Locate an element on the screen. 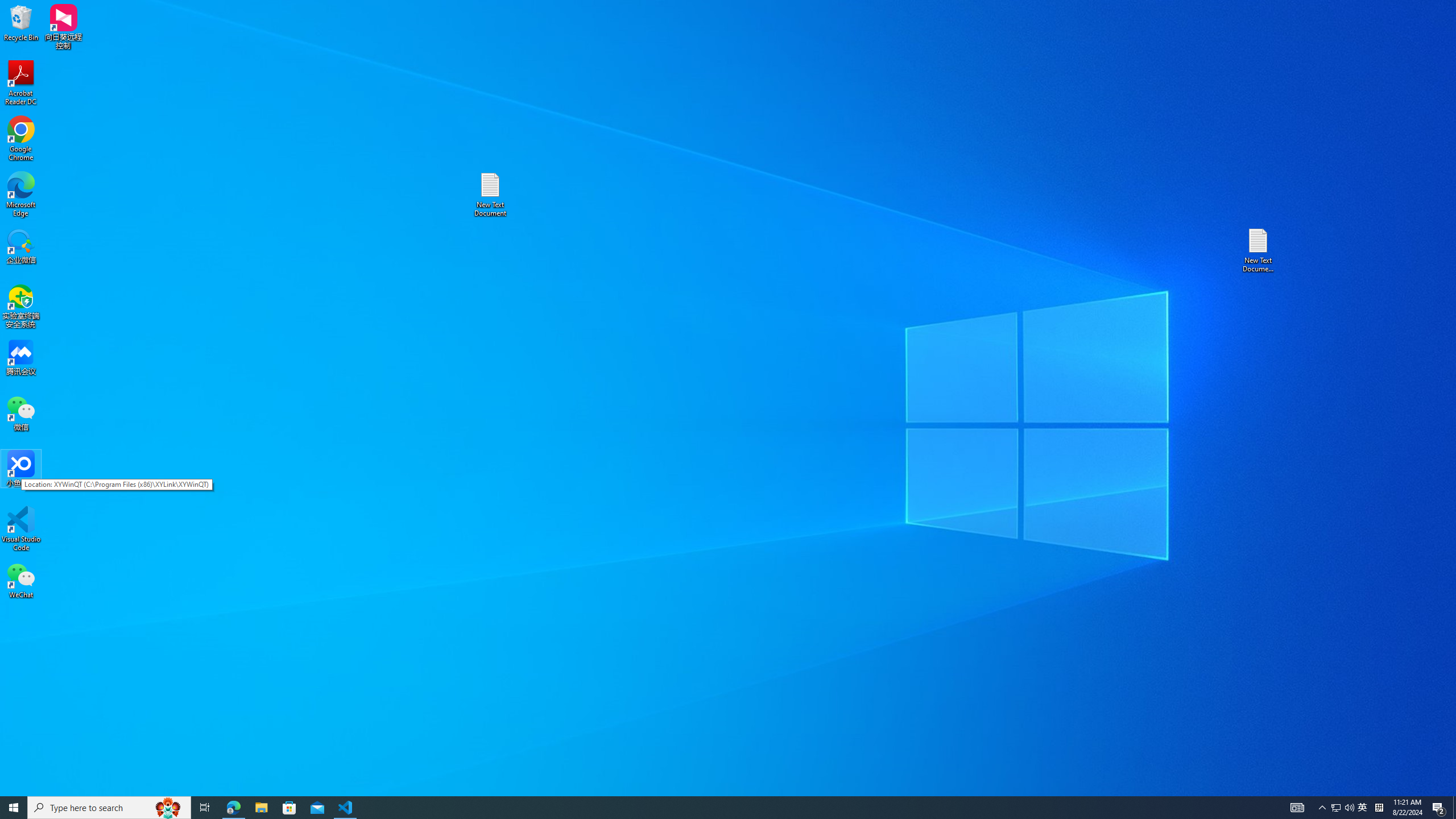  'Search highlights icon opens search home window' is located at coordinates (167, 806).